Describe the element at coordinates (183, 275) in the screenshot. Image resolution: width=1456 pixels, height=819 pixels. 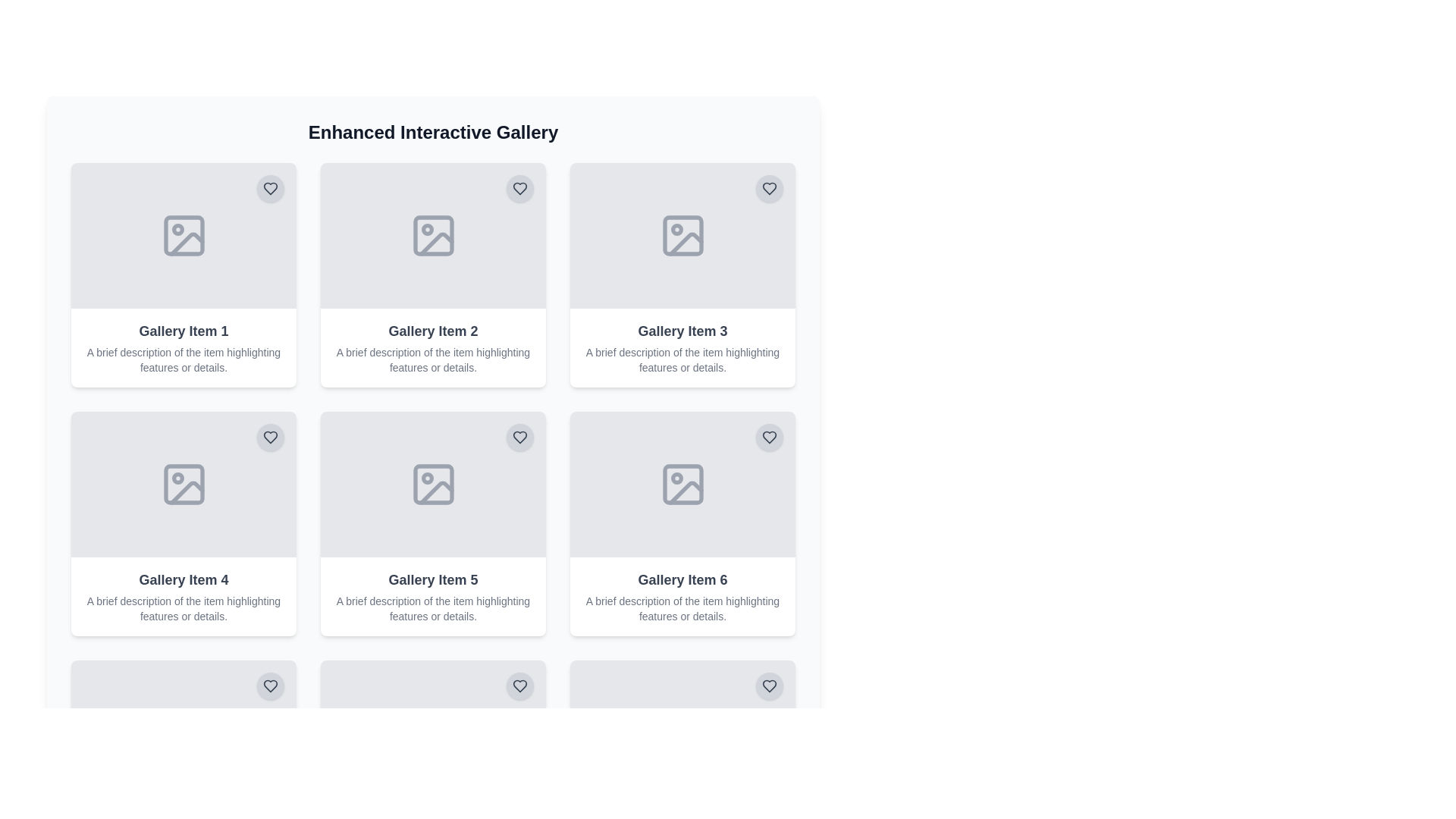
I see `the first card in the gallery` at that location.